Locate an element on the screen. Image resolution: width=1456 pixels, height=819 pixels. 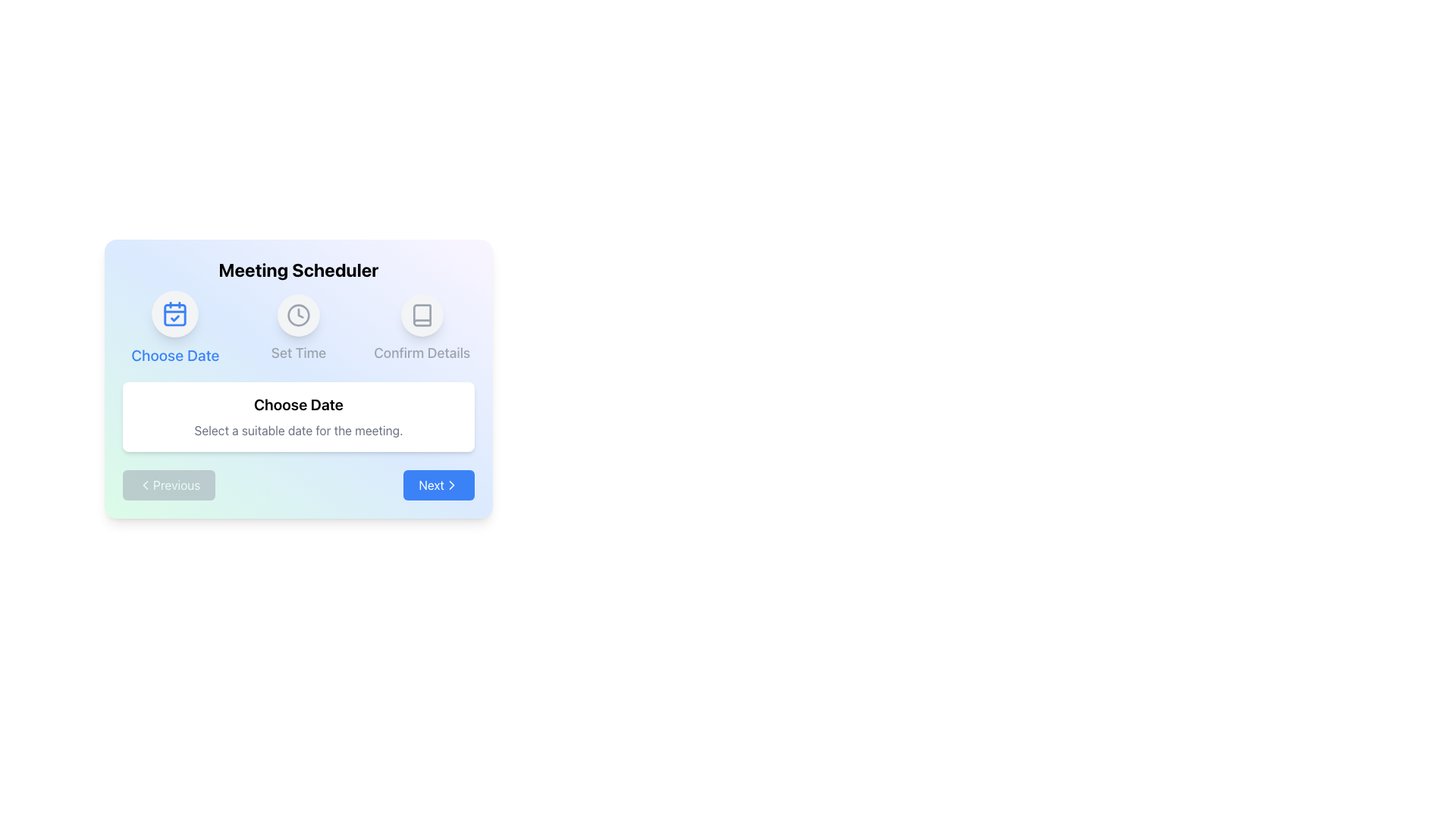
the small blue and white arrow icon pointing to the right, which is located on the right side of the 'Next' button at the bottom-right corner of the interface is located at coordinates (450, 485).